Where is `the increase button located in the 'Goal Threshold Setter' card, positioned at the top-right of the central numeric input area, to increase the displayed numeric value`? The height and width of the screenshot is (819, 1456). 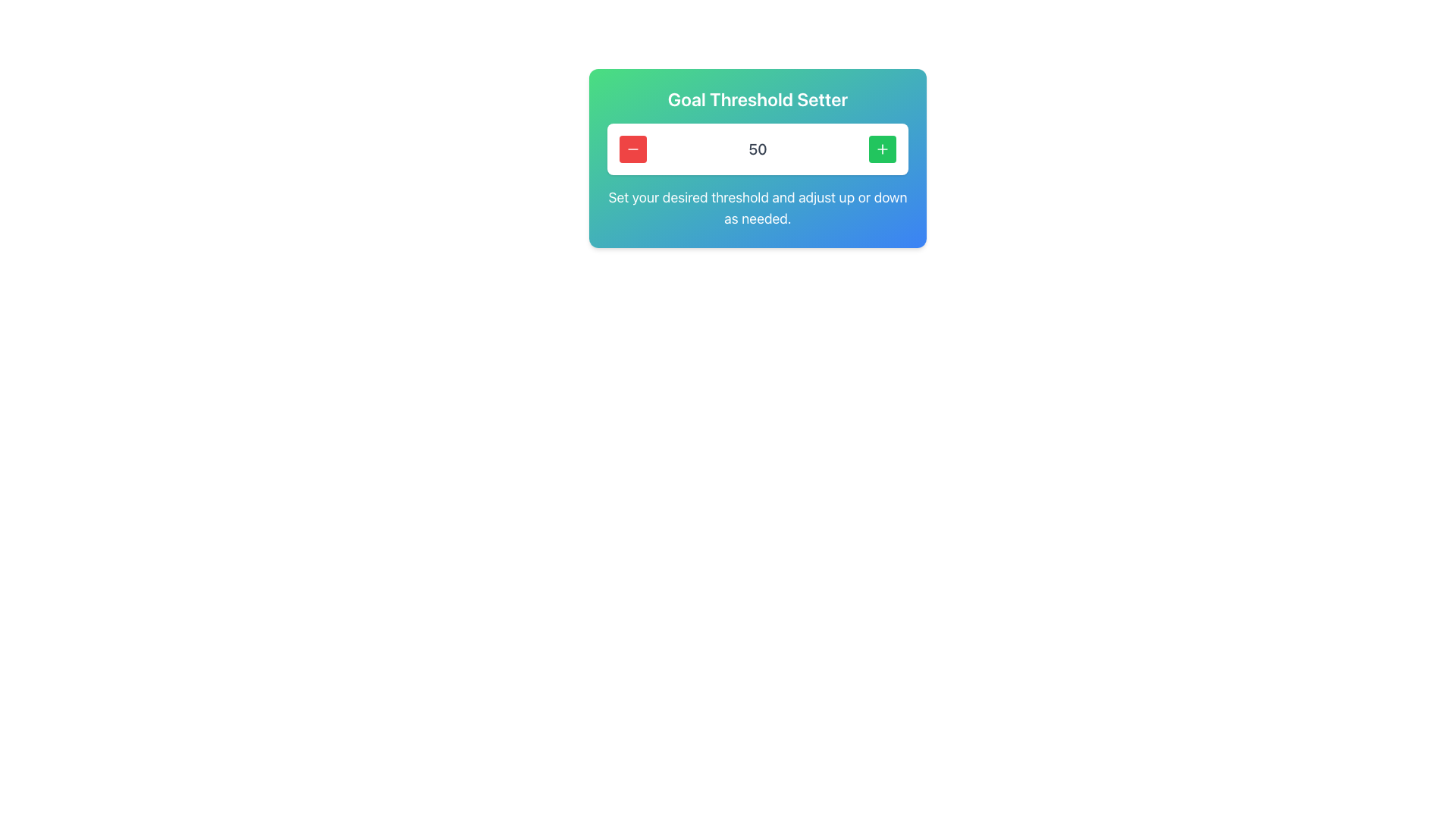
the increase button located in the 'Goal Threshold Setter' card, positioned at the top-right of the central numeric input area, to increase the displayed numeric value is located at coordinates (882, 149).